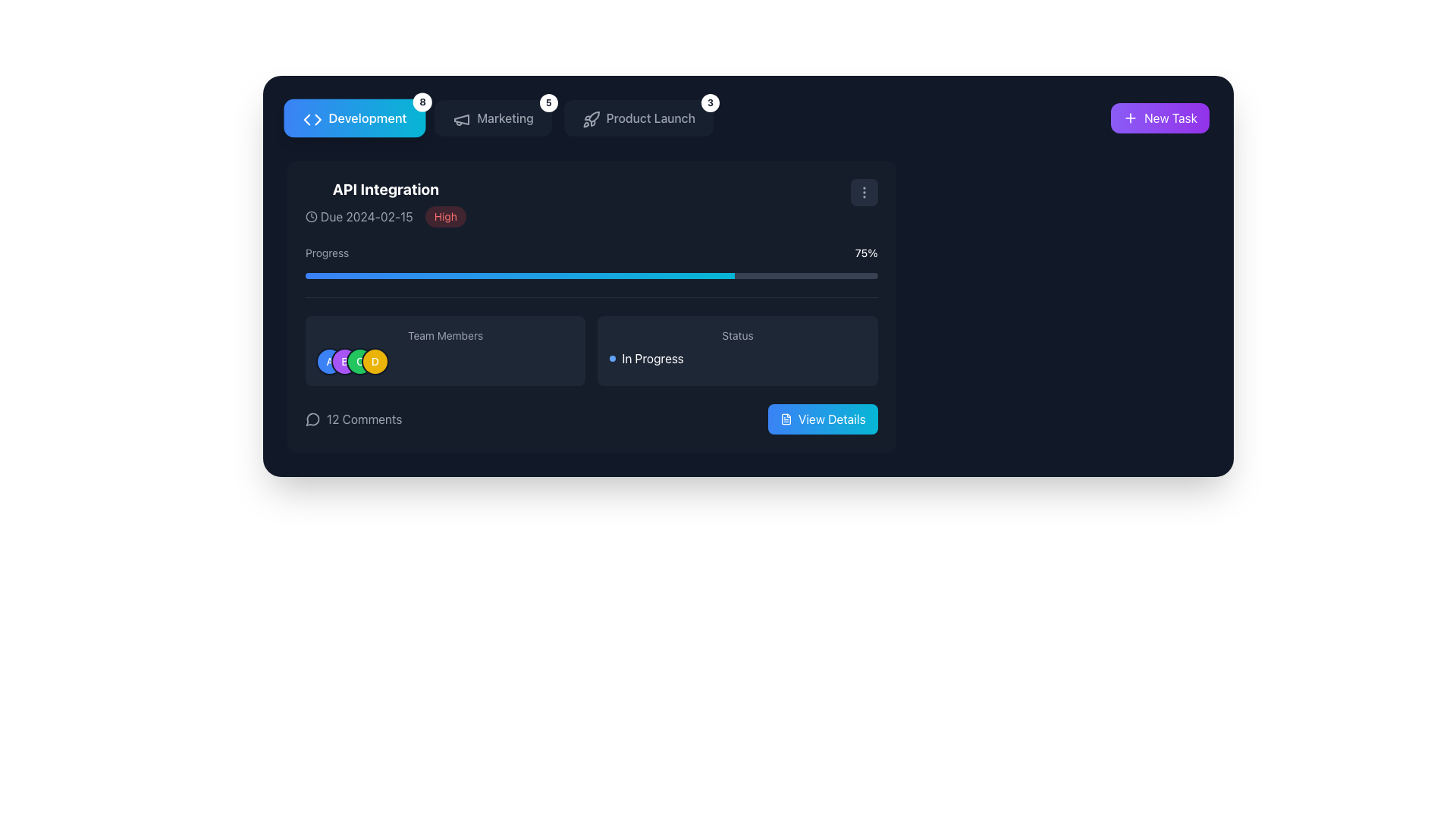 The image size is (1456, 819). Describe the element at coordinates (364, 419) in the screenshot. I see `text content of the informational label indicating the number of comments associated with the task, which is the second component in a horizontal group below the 'API Integration' section, positioned to the right of a speech bubble icon` at that location.